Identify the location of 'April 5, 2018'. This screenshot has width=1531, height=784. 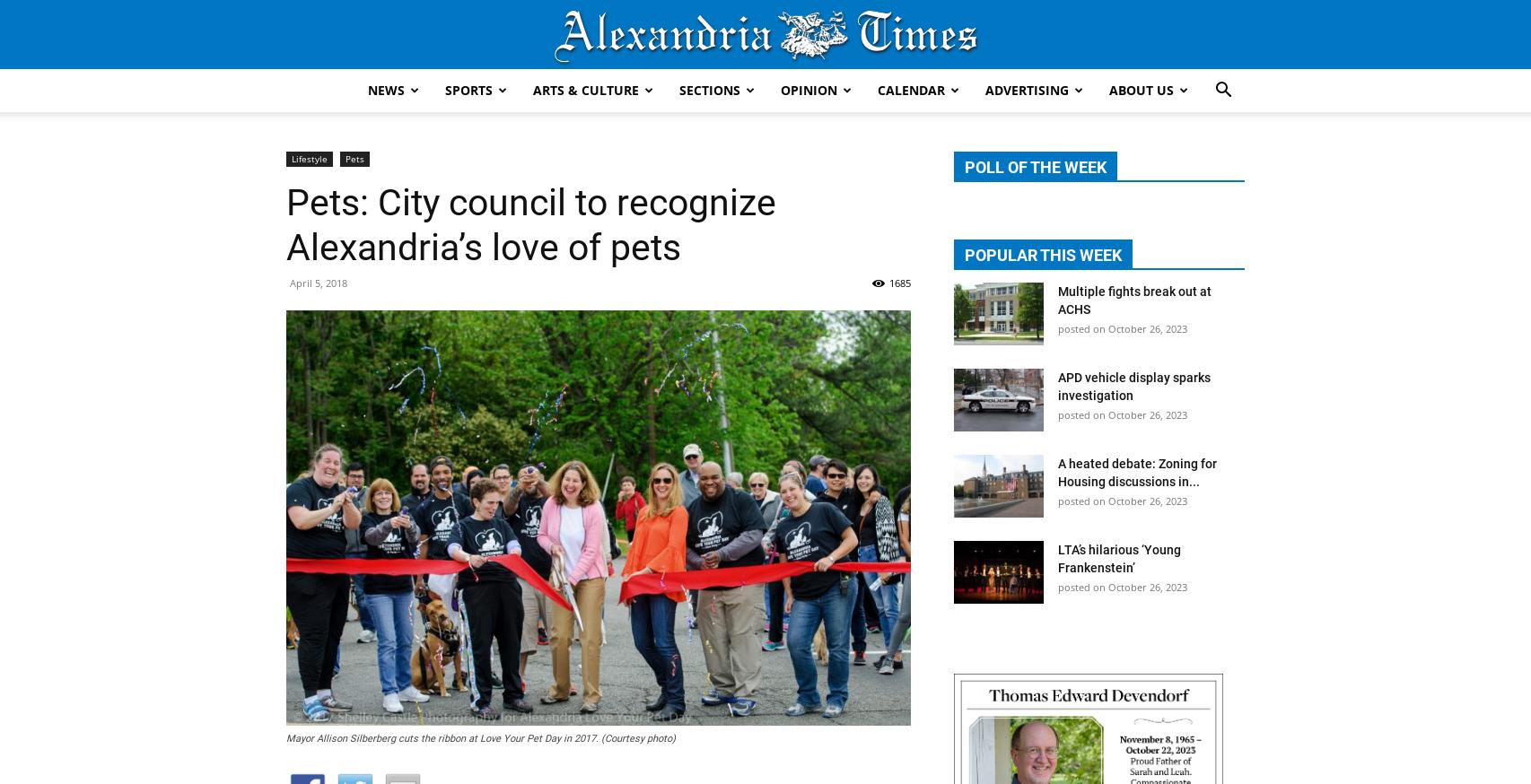
(319, 281).